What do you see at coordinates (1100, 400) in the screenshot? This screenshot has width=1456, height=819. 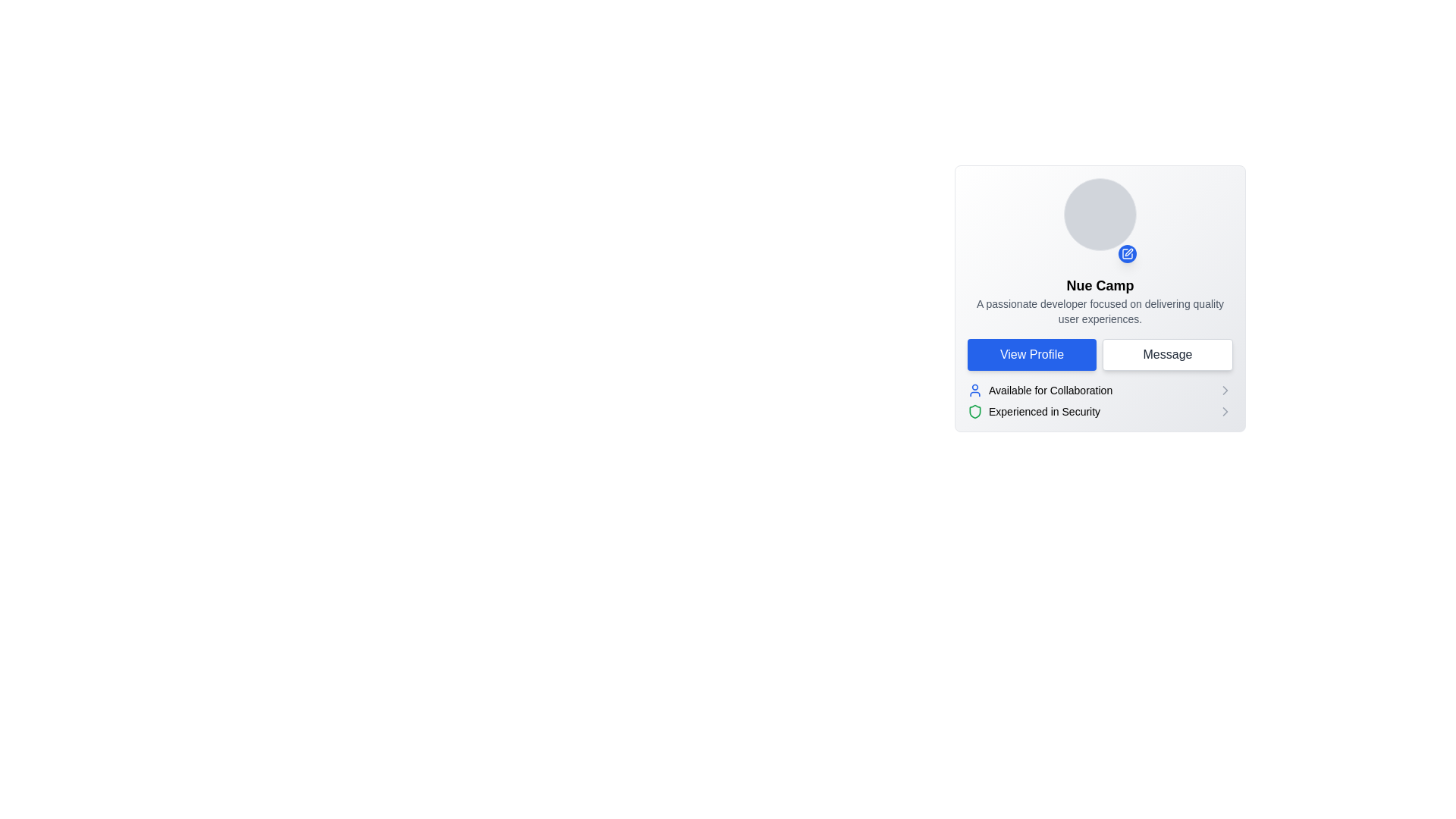 I see `information from the Information card displaying 'Available for Collaboration Experienced in Security', which includes a blue user icon and a green shield icon` at bounding box center [1100, 400].